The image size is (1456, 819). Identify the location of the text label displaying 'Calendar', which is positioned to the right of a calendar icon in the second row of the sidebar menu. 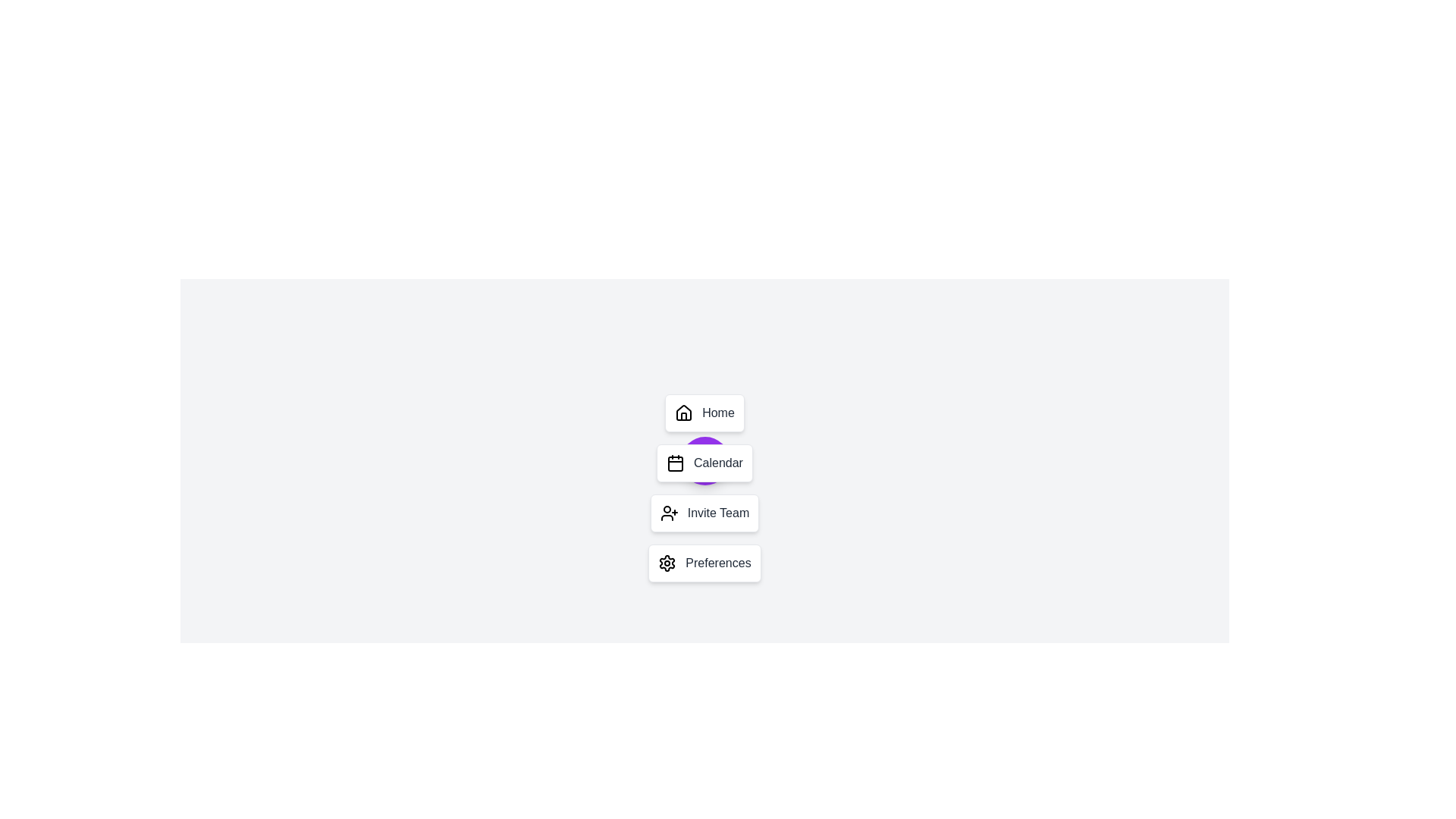
(717, 462).